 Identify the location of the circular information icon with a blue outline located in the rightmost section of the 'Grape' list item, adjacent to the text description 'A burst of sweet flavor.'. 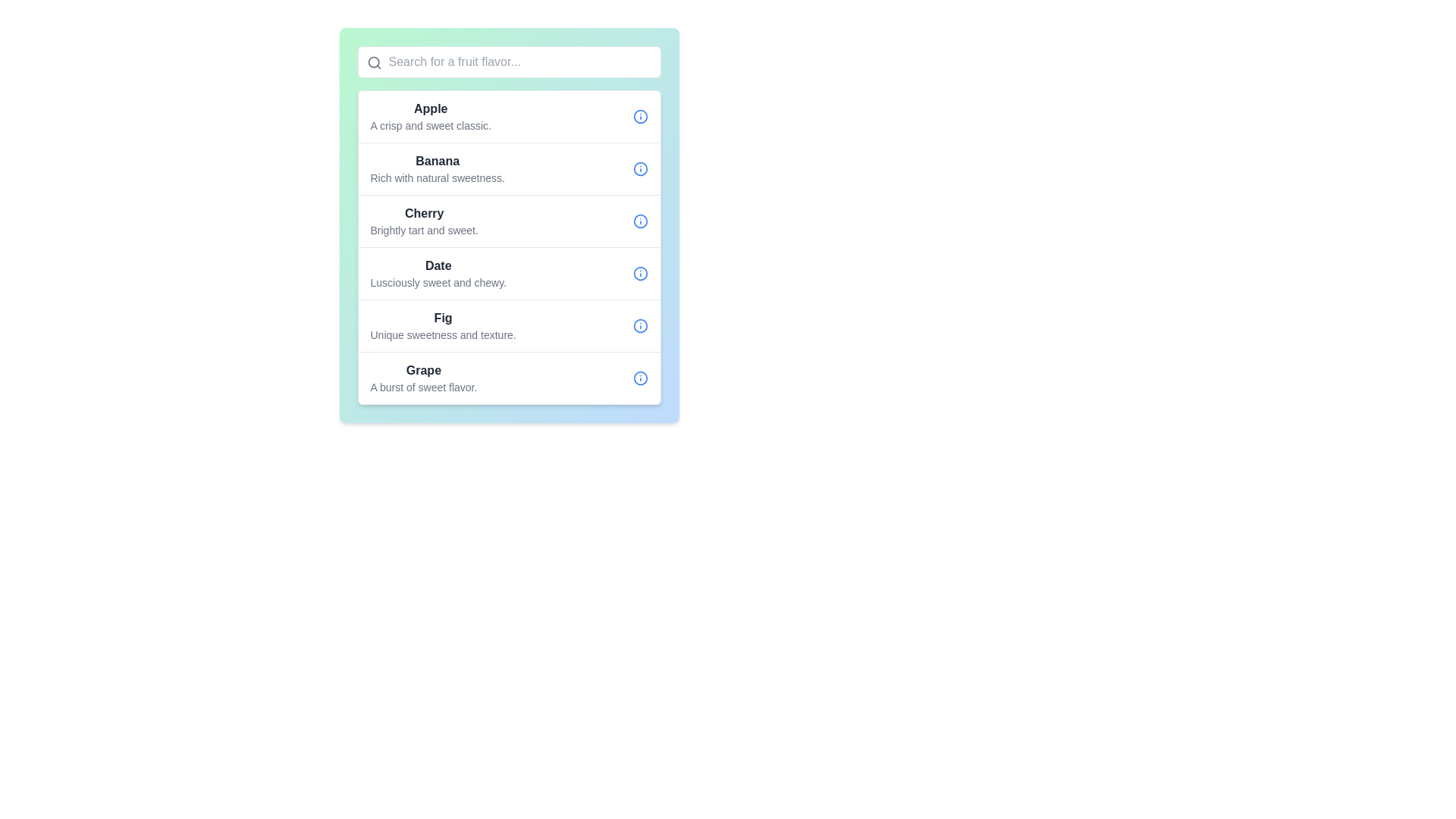
(640, 377).